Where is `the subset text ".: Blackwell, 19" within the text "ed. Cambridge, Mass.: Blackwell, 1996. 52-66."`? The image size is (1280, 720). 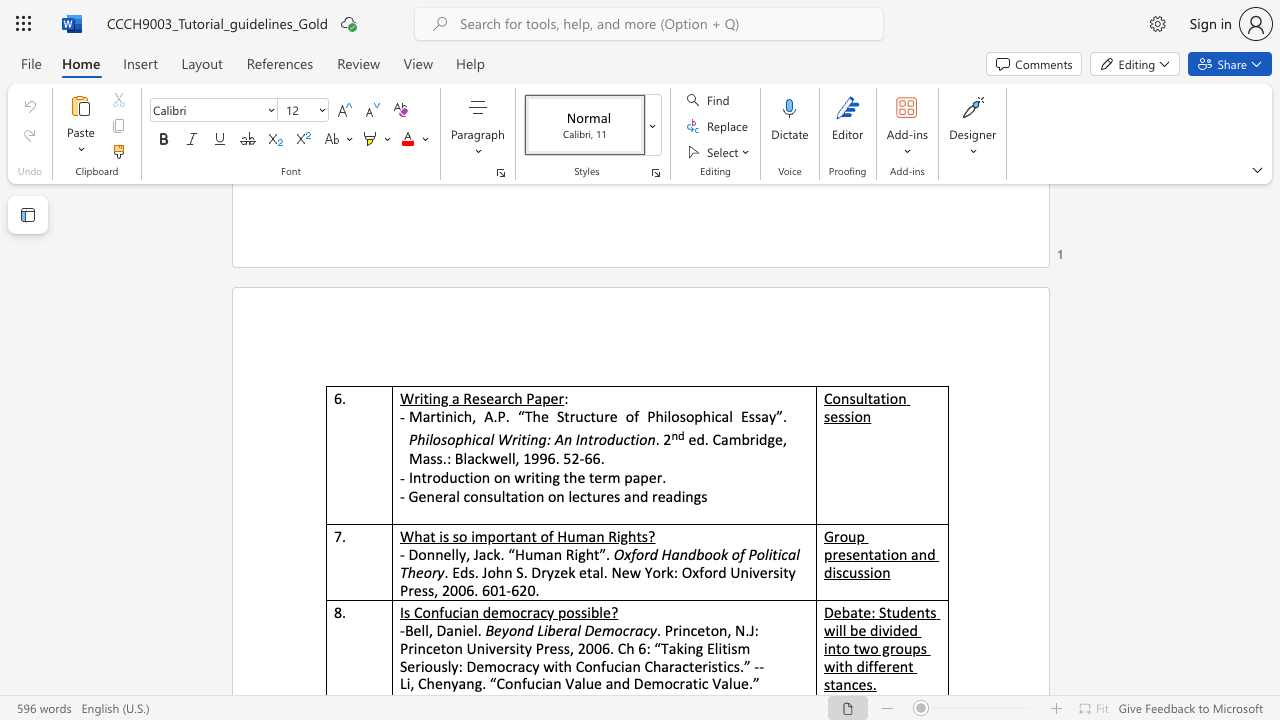
the subset text ".: Blackwell, 19" within the text "ed. Cambridge, Mass.: Blackwell, 1996. 52-66." is located at coordinates (441, 458).